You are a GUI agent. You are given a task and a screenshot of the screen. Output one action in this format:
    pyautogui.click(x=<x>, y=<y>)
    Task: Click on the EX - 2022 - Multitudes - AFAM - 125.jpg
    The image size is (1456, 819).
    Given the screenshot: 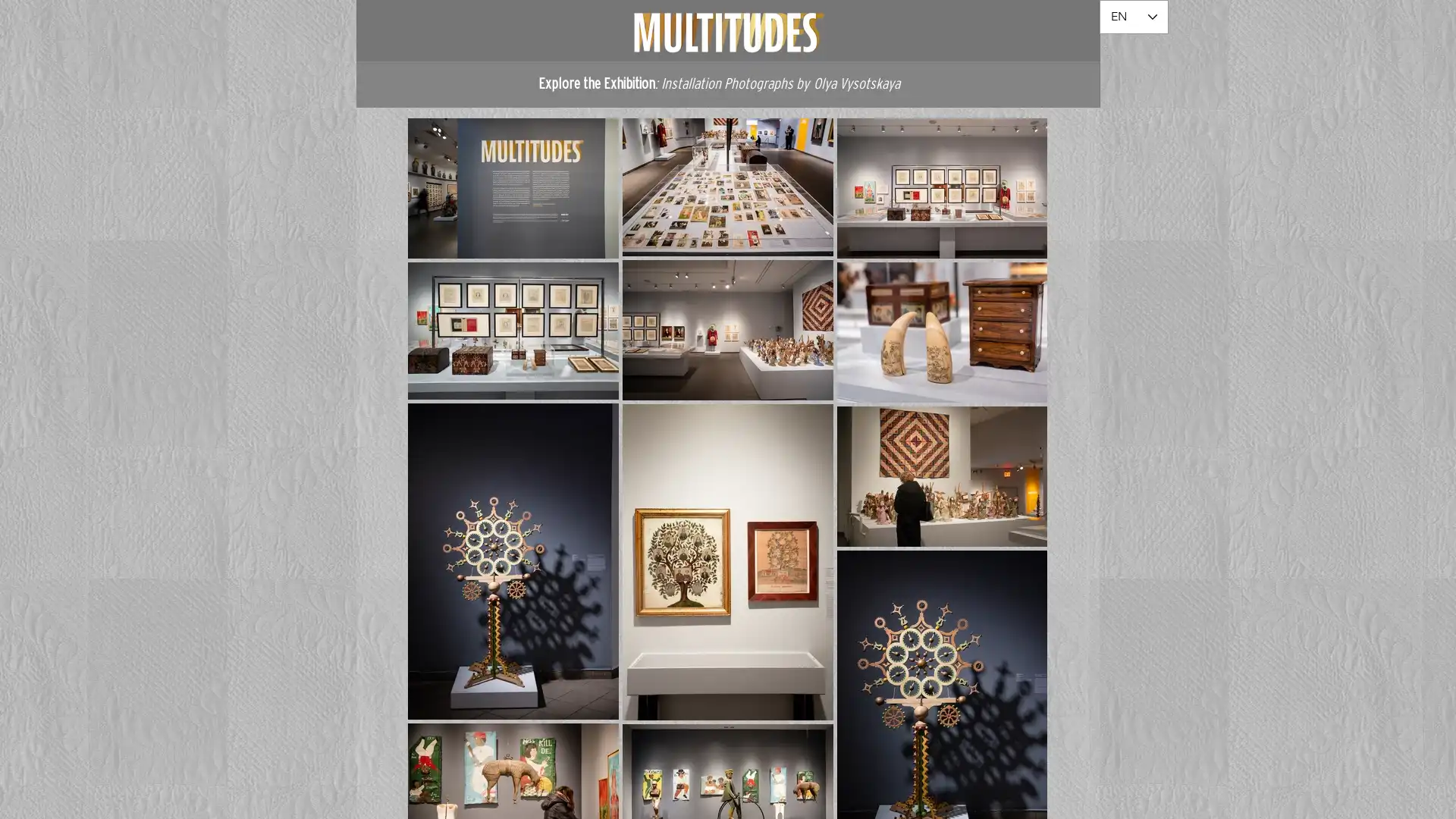 What is the action you would take?
    pyautogui.click(x=513, y=561)
    